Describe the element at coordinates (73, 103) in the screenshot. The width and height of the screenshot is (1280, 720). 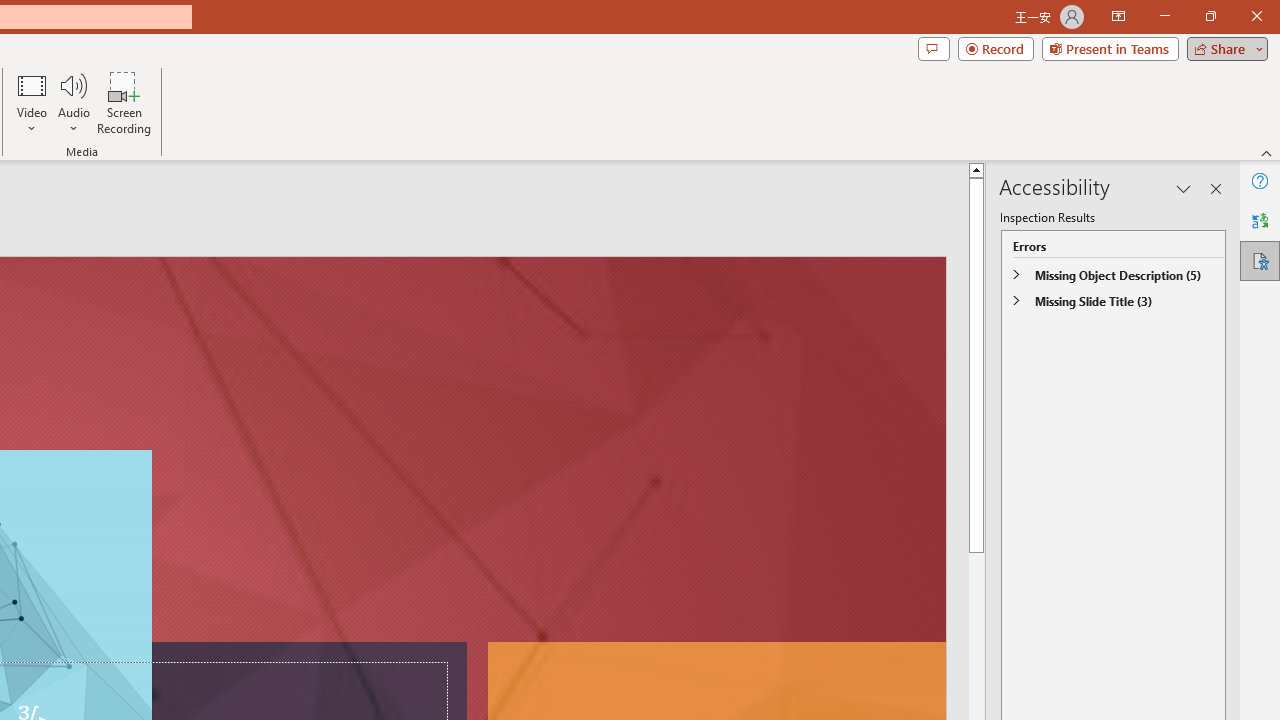
I see `'Audio'` at that location.